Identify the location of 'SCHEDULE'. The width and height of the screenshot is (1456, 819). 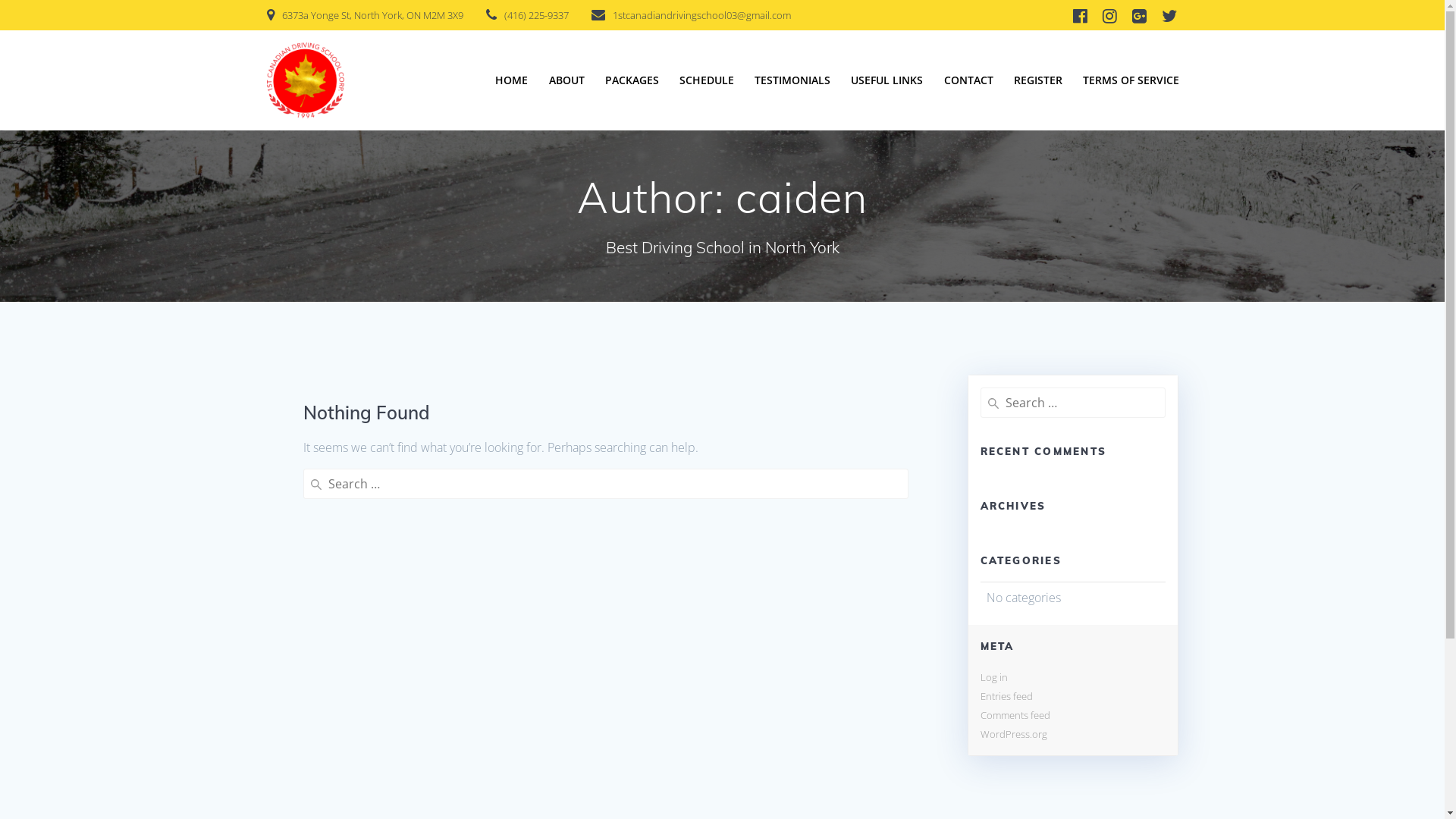
(705, 80).